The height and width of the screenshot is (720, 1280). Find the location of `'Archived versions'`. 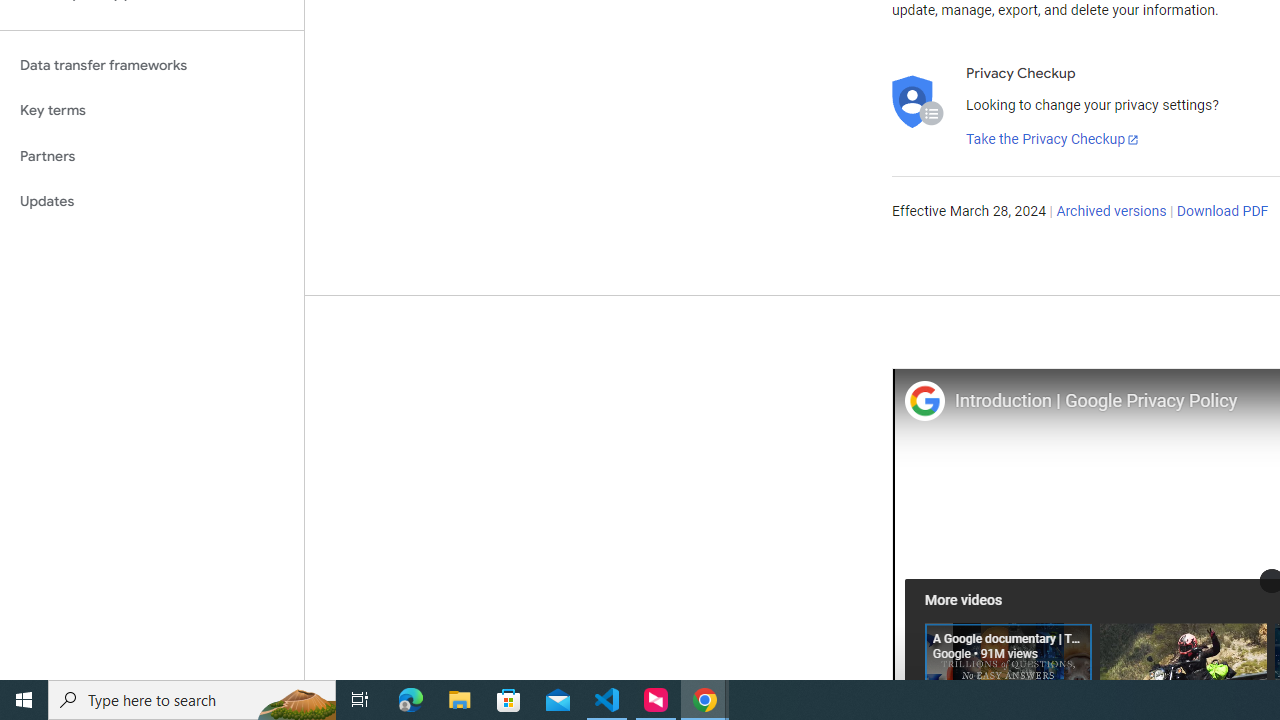

'Archived versions' is located at coordinates (1110, 212).